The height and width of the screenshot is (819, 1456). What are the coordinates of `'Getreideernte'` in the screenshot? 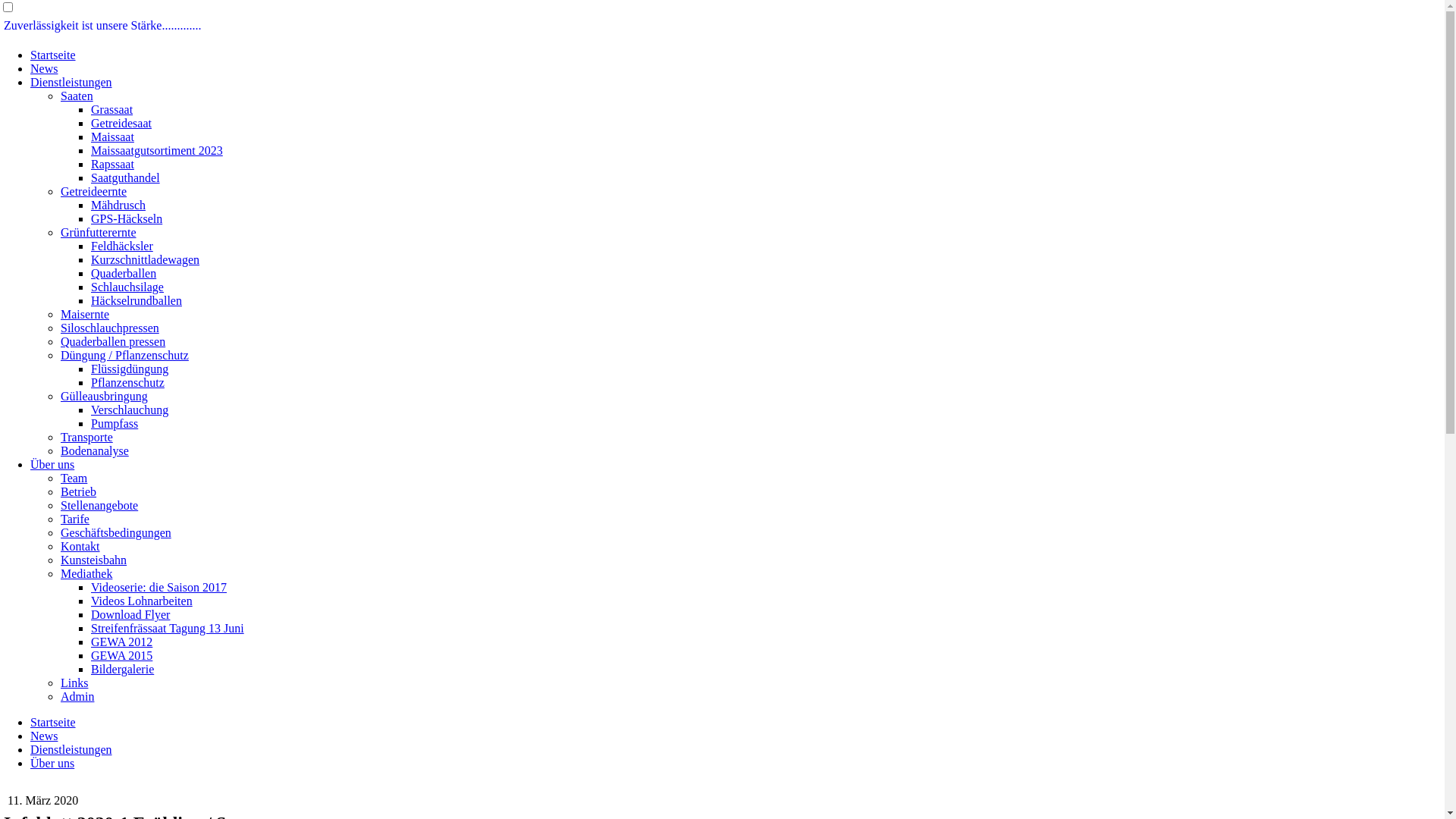 It's located at (93, 190).